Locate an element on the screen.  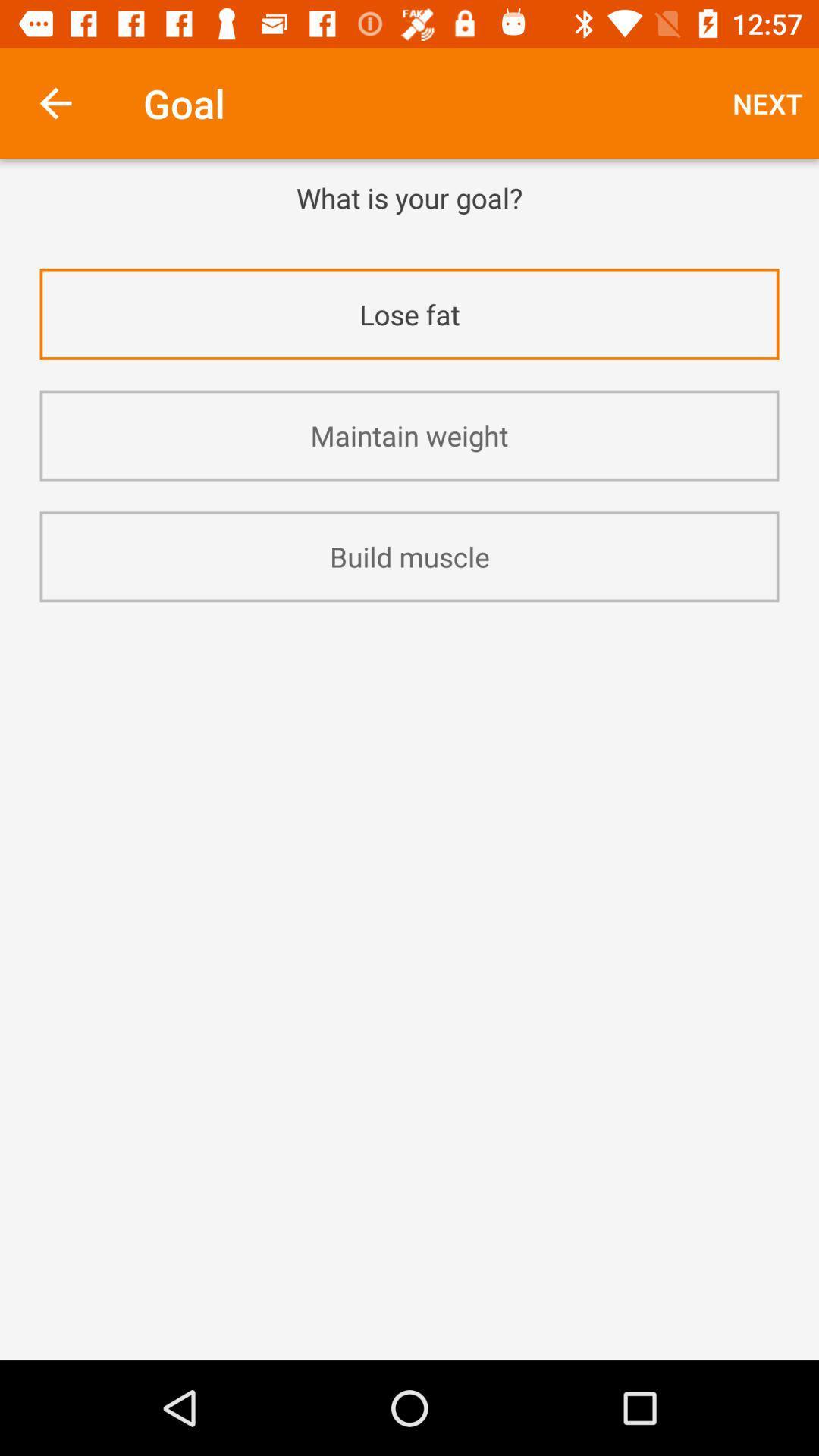
the maintain weight item is located at coordinates (409, 435).